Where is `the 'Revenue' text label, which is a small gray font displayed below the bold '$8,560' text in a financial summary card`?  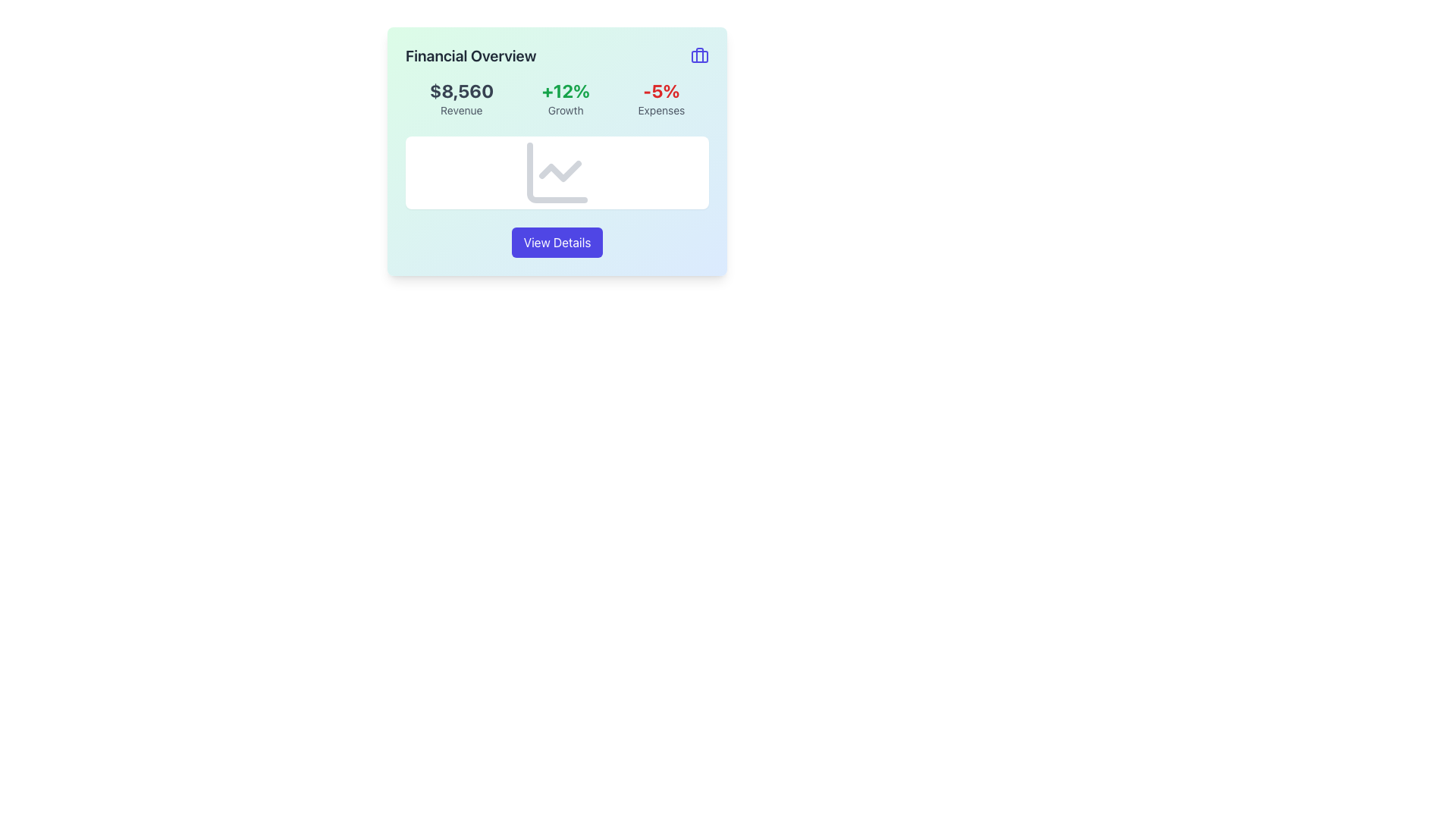 the 'Revenue' text label, which is a small gray font displayed below the bold '$8,560' text in a financial summary card is located at coordinates (460, 110).